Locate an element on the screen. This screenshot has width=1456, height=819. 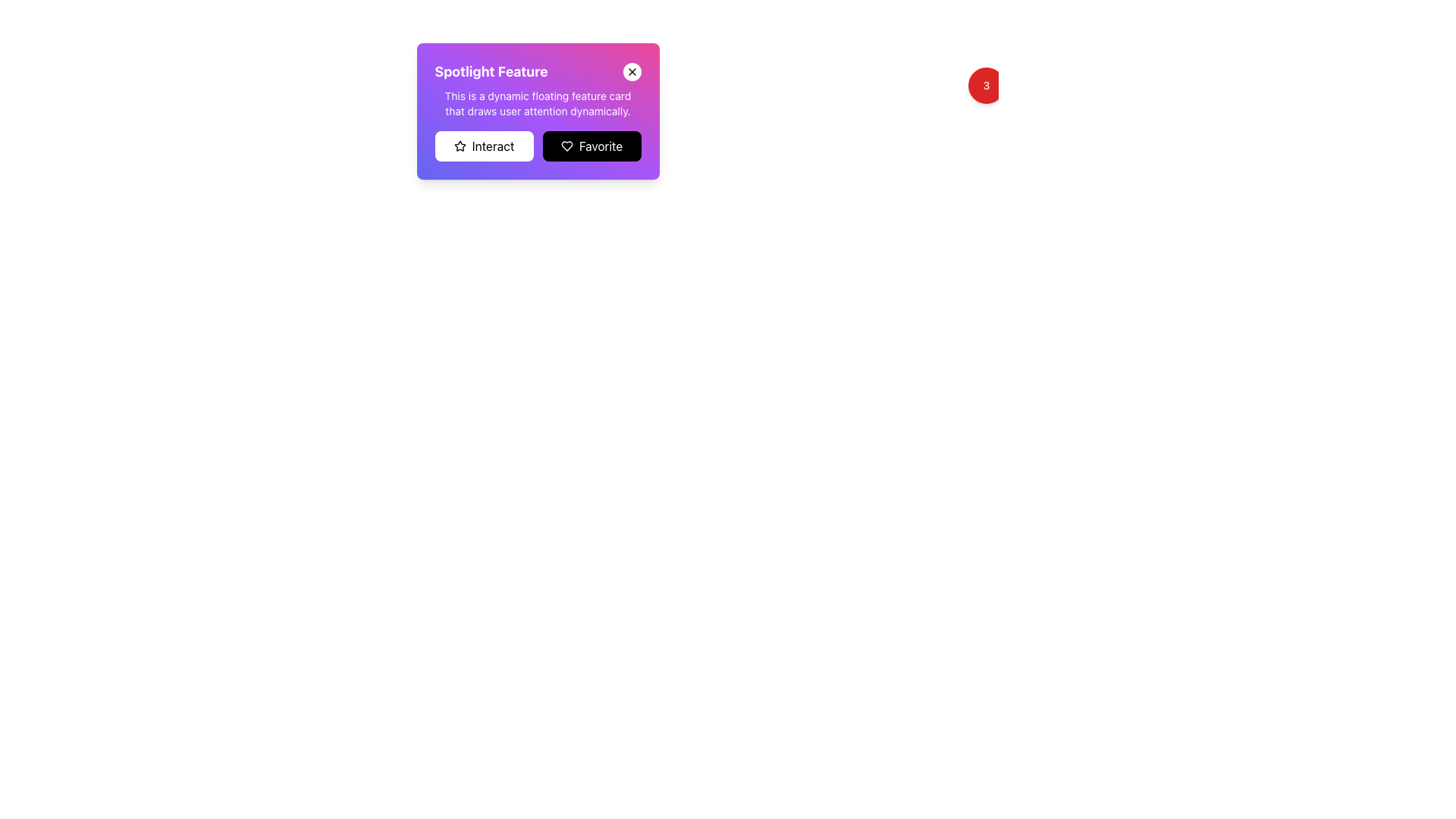
the star icon with an outlined design located to the left of the 'Interact' text within the button labeled 'Interact' in the 'Spotlight Feature' card is located at coordinates (459, 146).